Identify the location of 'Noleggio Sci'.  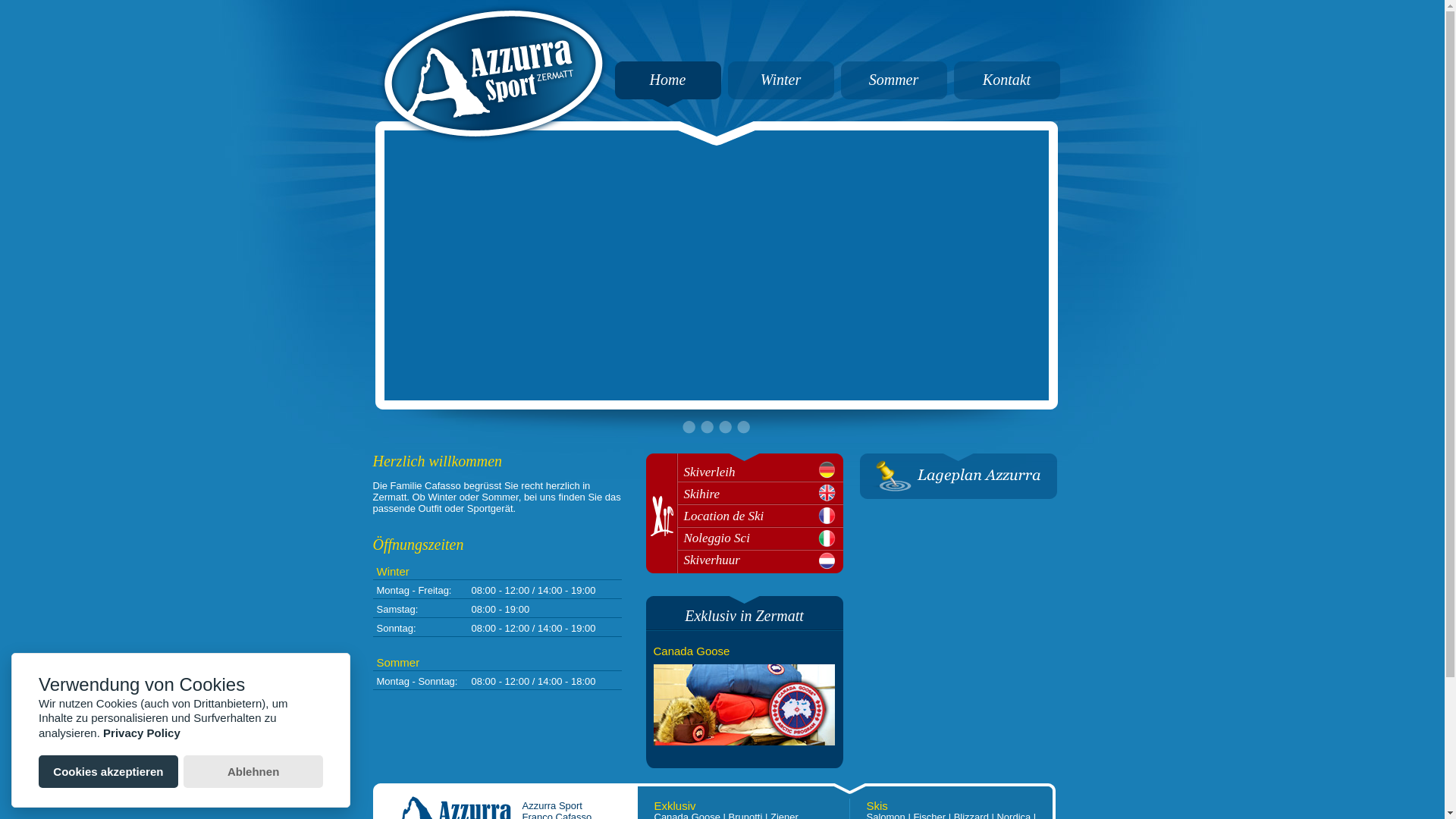
(764, 537).